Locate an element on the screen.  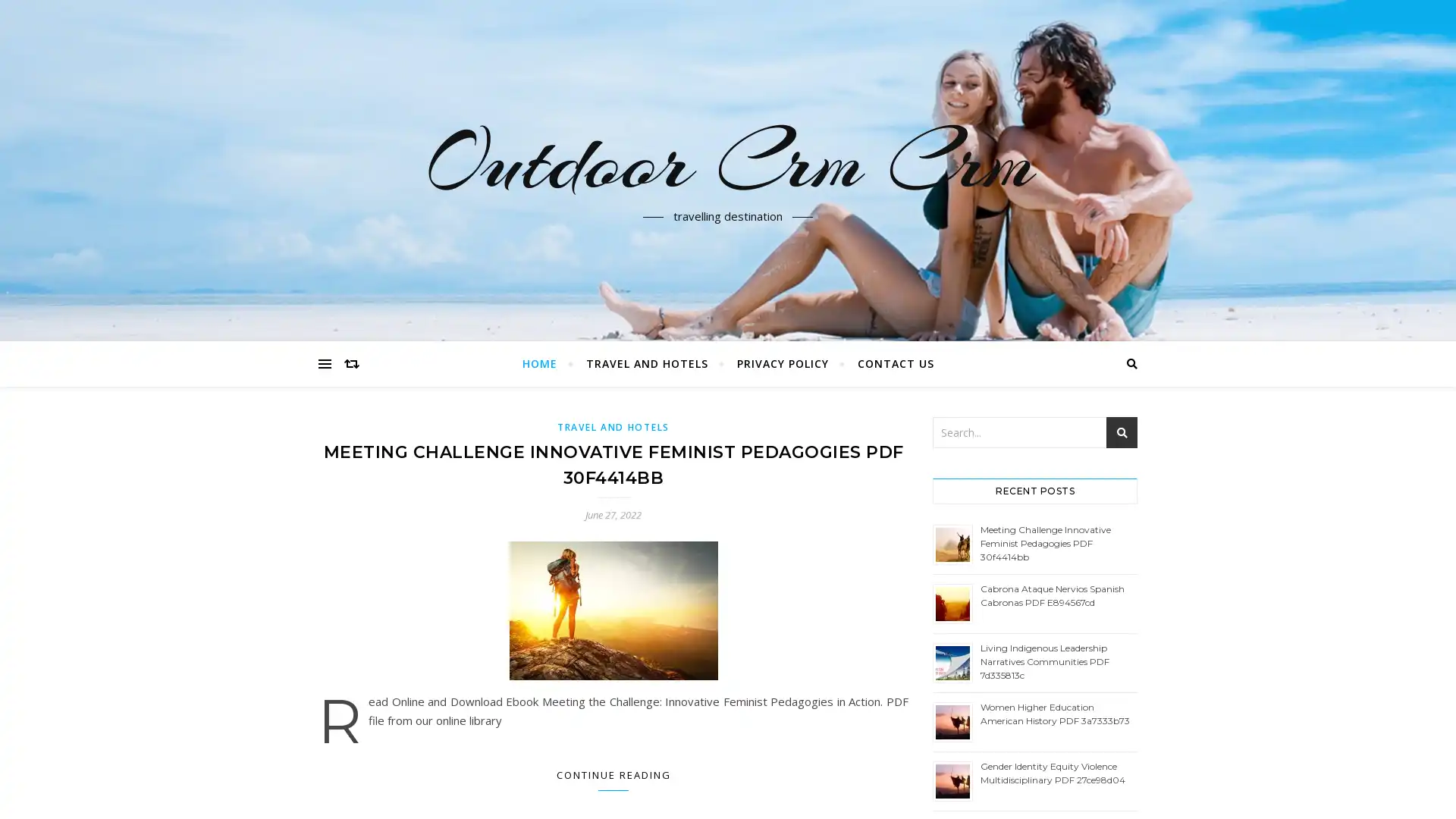
st is located at coordinates (1122, 432).